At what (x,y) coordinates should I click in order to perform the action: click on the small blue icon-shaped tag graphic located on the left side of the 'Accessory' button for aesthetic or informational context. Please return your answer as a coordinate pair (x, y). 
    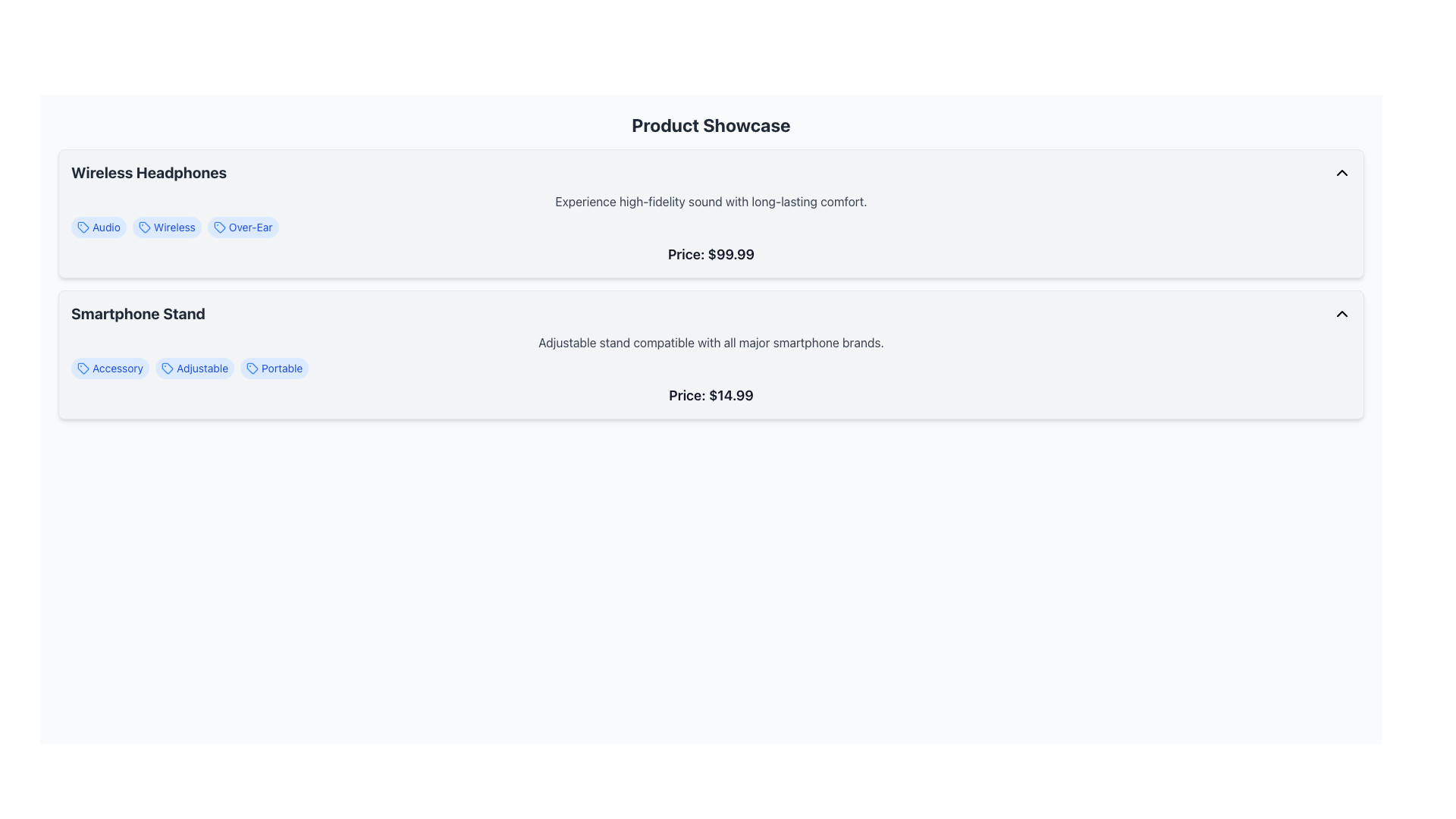
    Looking at the image, I should click on (83, 369).